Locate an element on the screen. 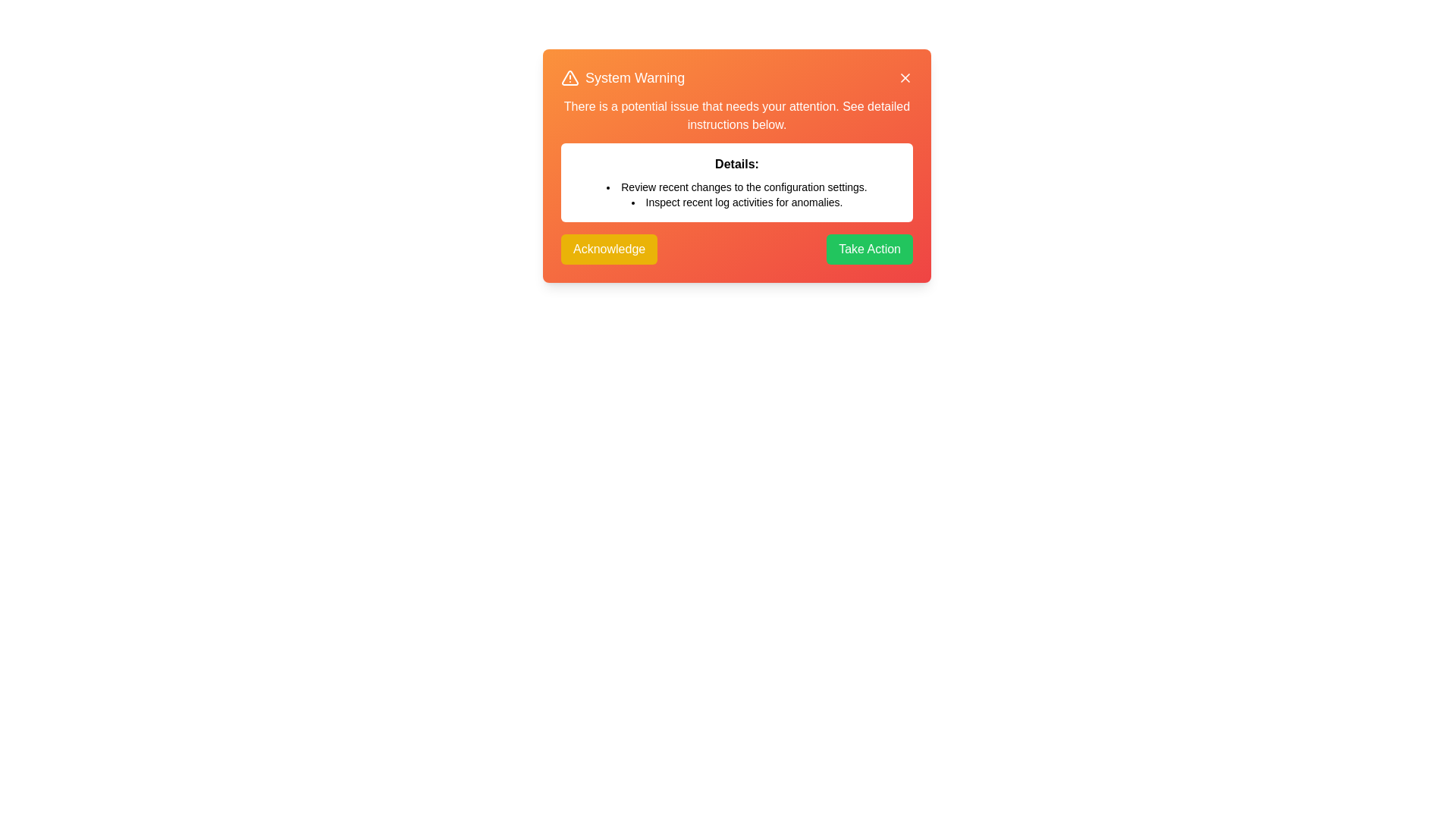 The height and width of the screenshot is (819, 1456). the second static text list item that instructs the user is located at coordinates (736, 201).